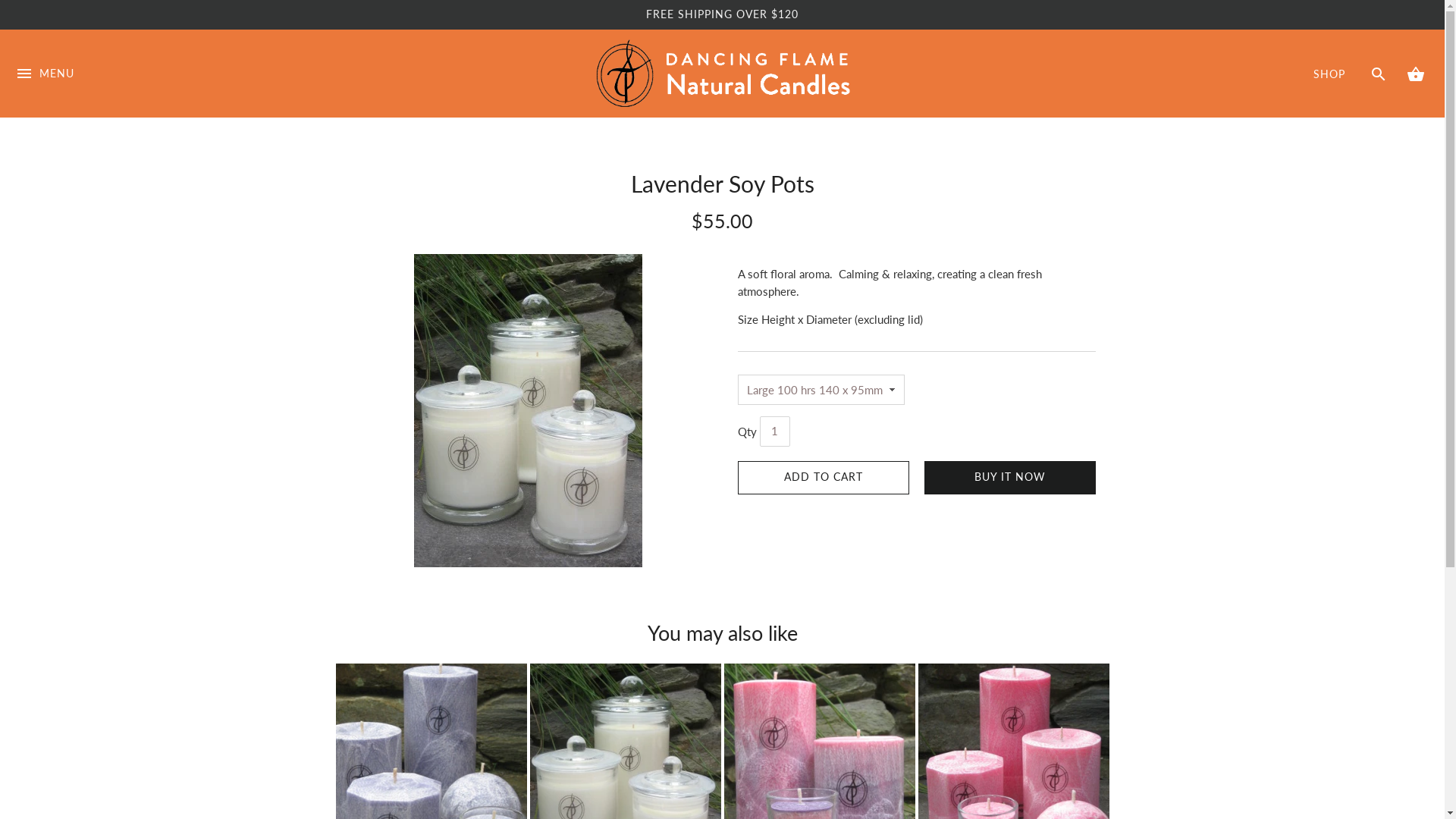  What do you see at coordinates (1009, 476) in the screenshot?
I see `'BUY IT NOW'` at bounding box center [1009, 476].